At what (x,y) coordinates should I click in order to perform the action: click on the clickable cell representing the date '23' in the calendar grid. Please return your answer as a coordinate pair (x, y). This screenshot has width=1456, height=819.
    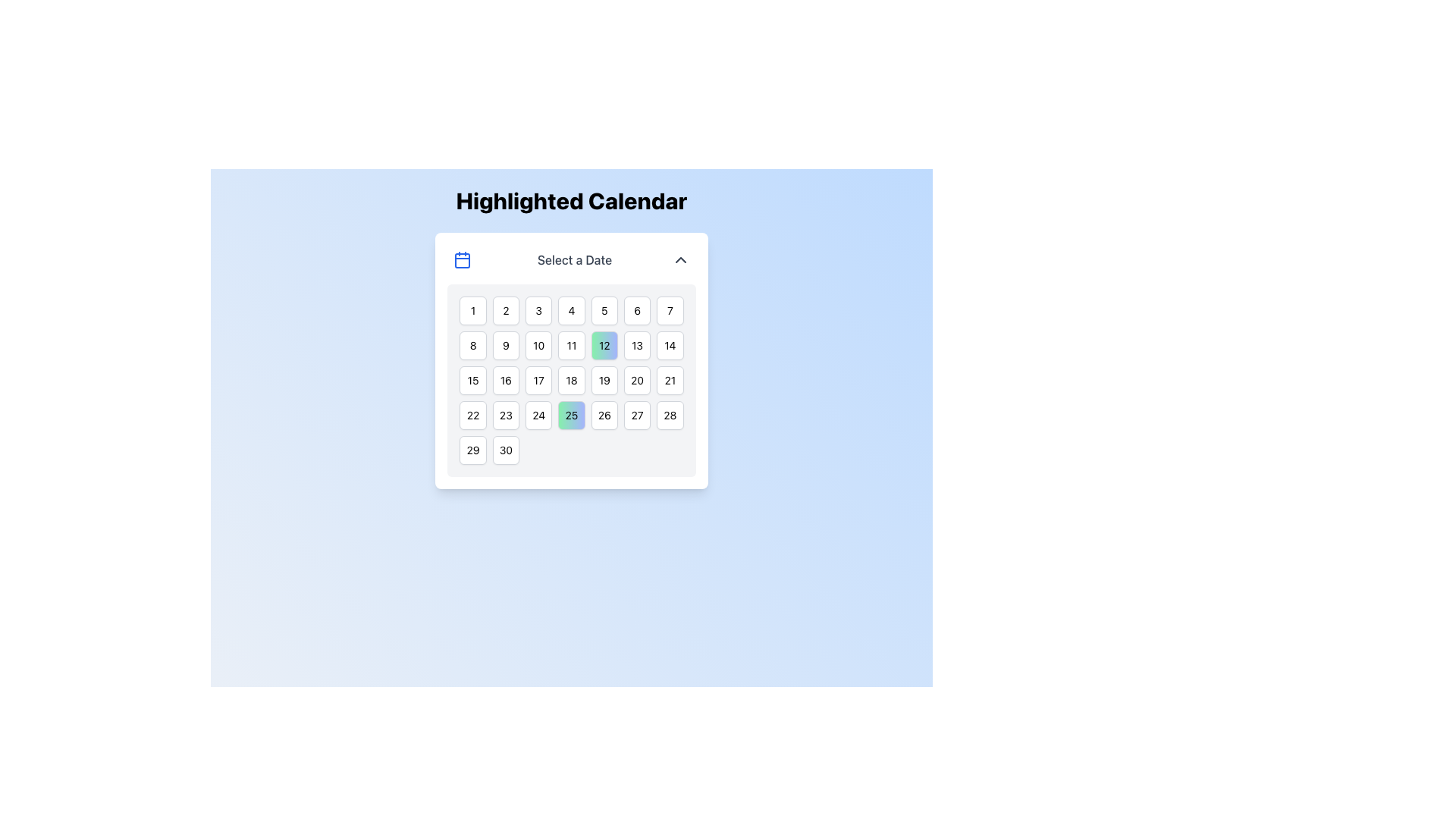
    Looking at the image, I should click on (506, 415).